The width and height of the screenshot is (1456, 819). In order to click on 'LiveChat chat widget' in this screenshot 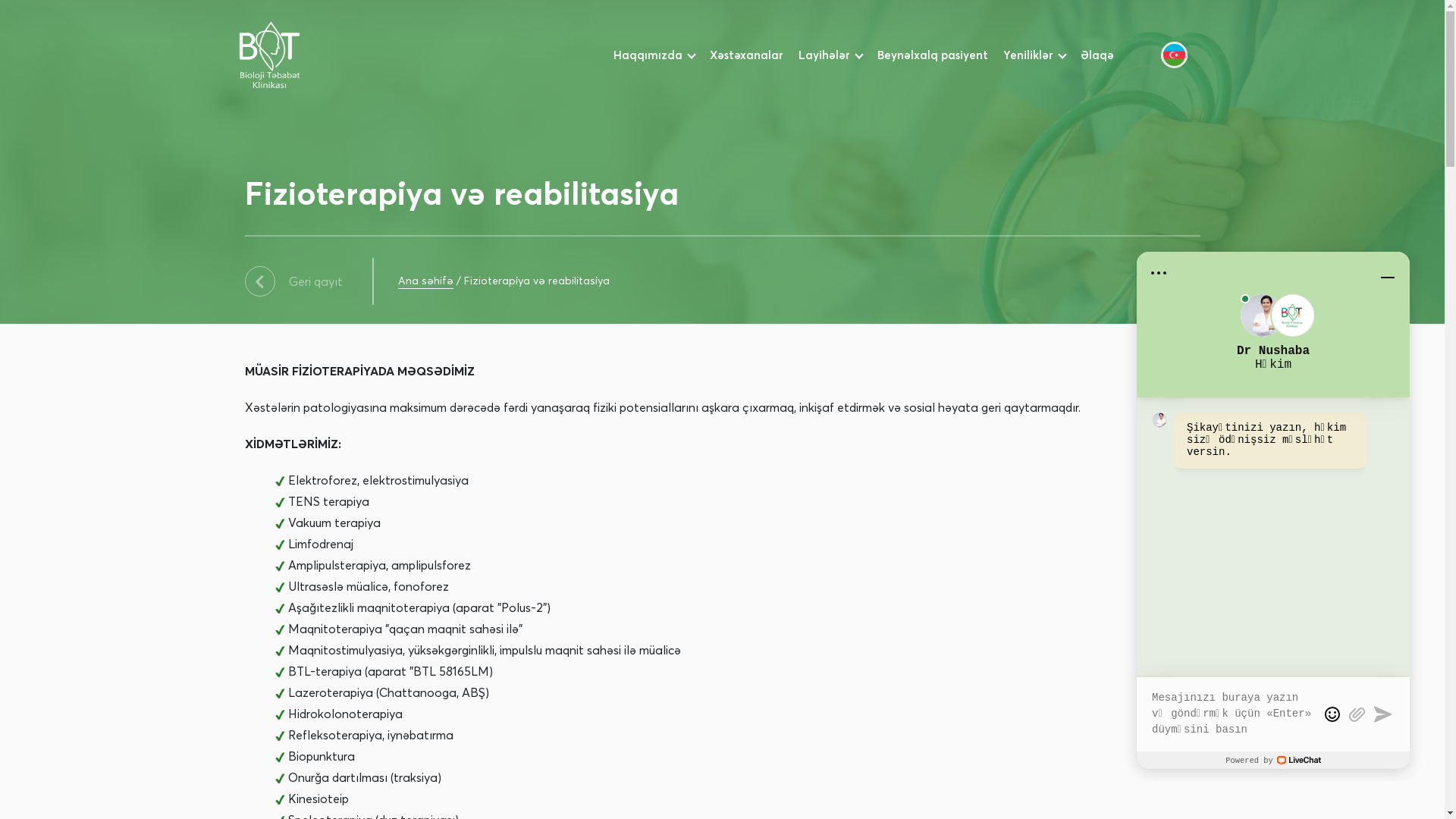, I will do `click(1273, 510)`.